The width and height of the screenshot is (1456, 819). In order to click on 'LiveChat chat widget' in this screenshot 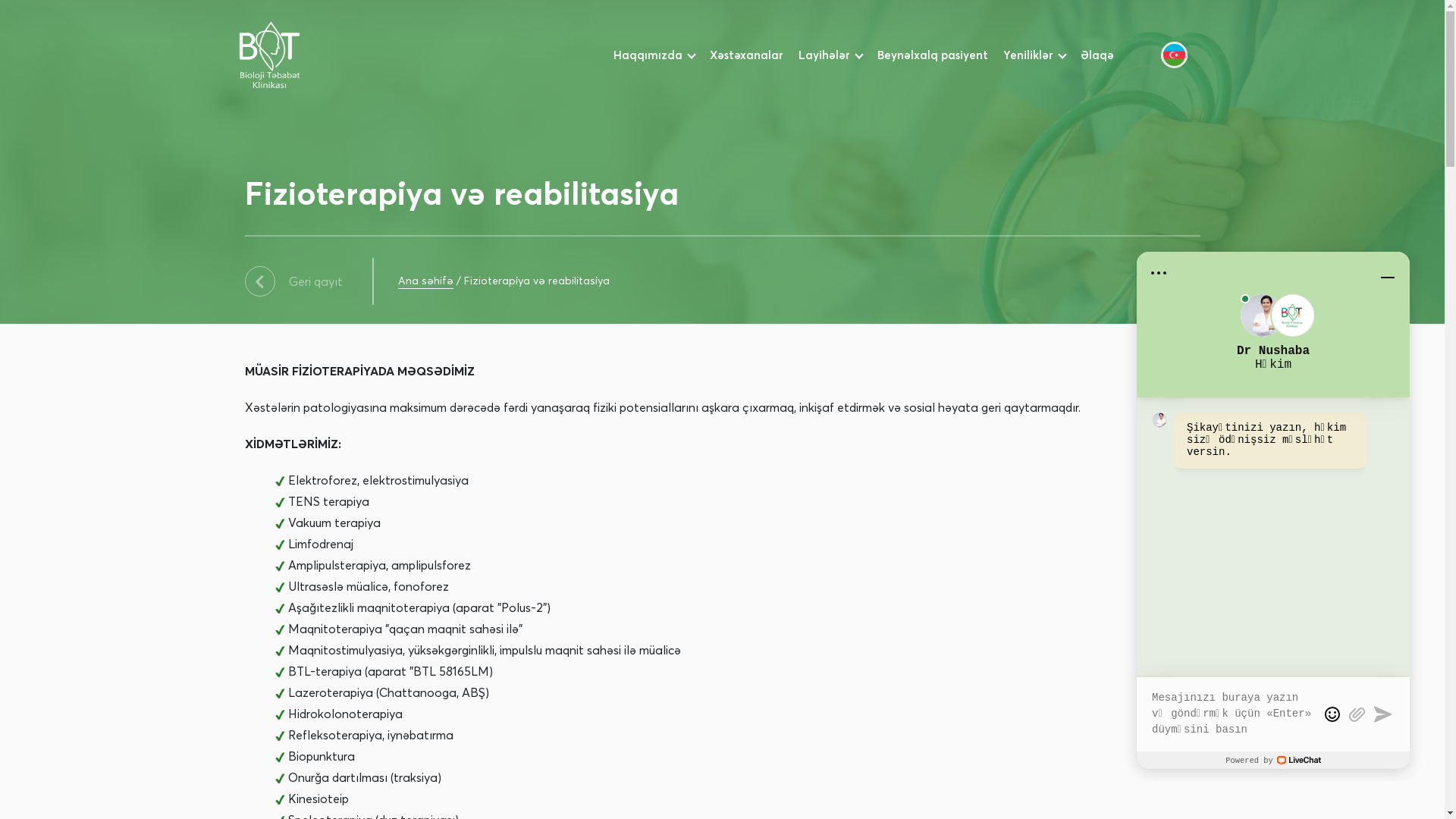, I will do `click(1273, 510)`.